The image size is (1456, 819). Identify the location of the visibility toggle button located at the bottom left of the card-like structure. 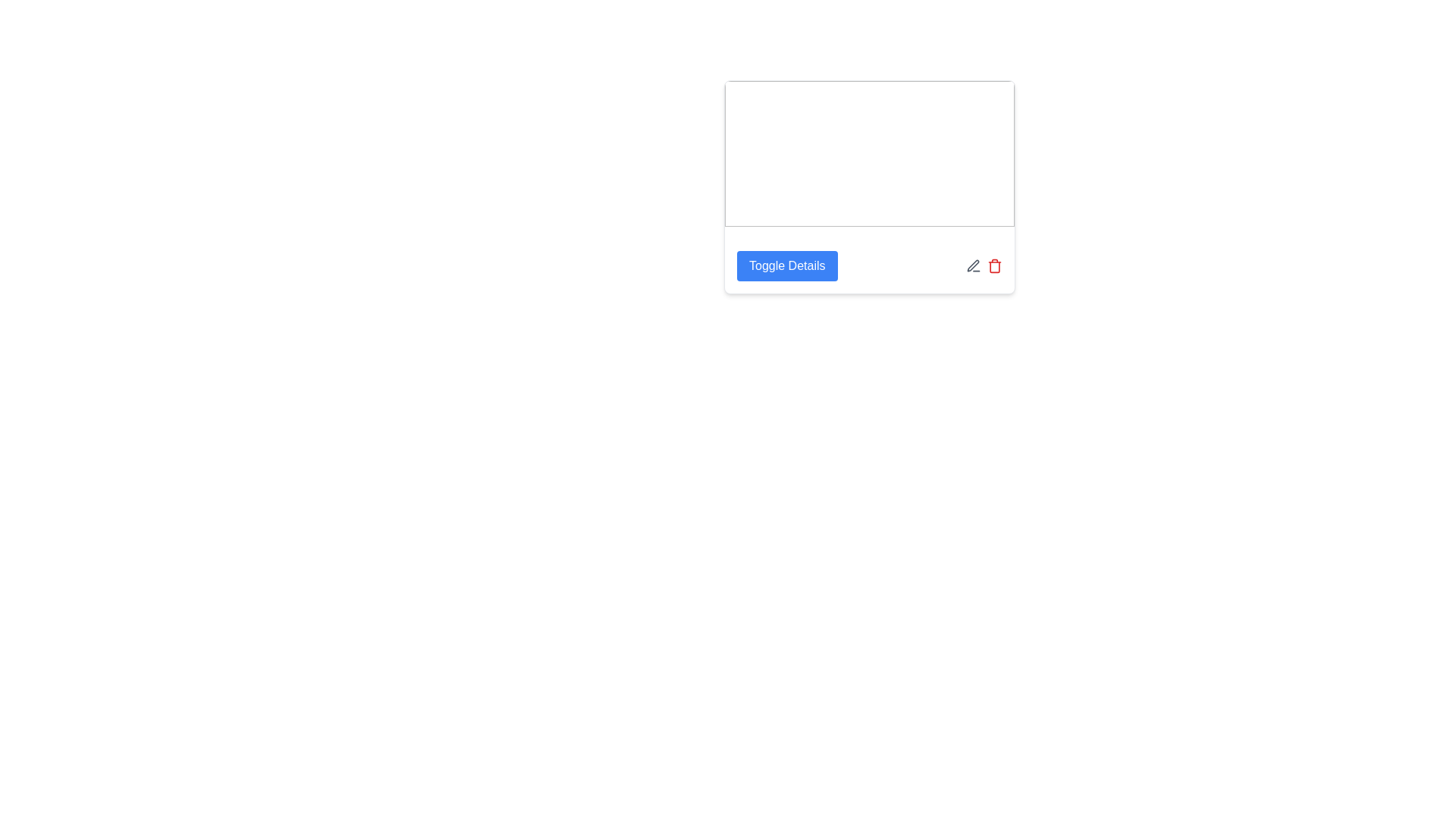
(787, 265).